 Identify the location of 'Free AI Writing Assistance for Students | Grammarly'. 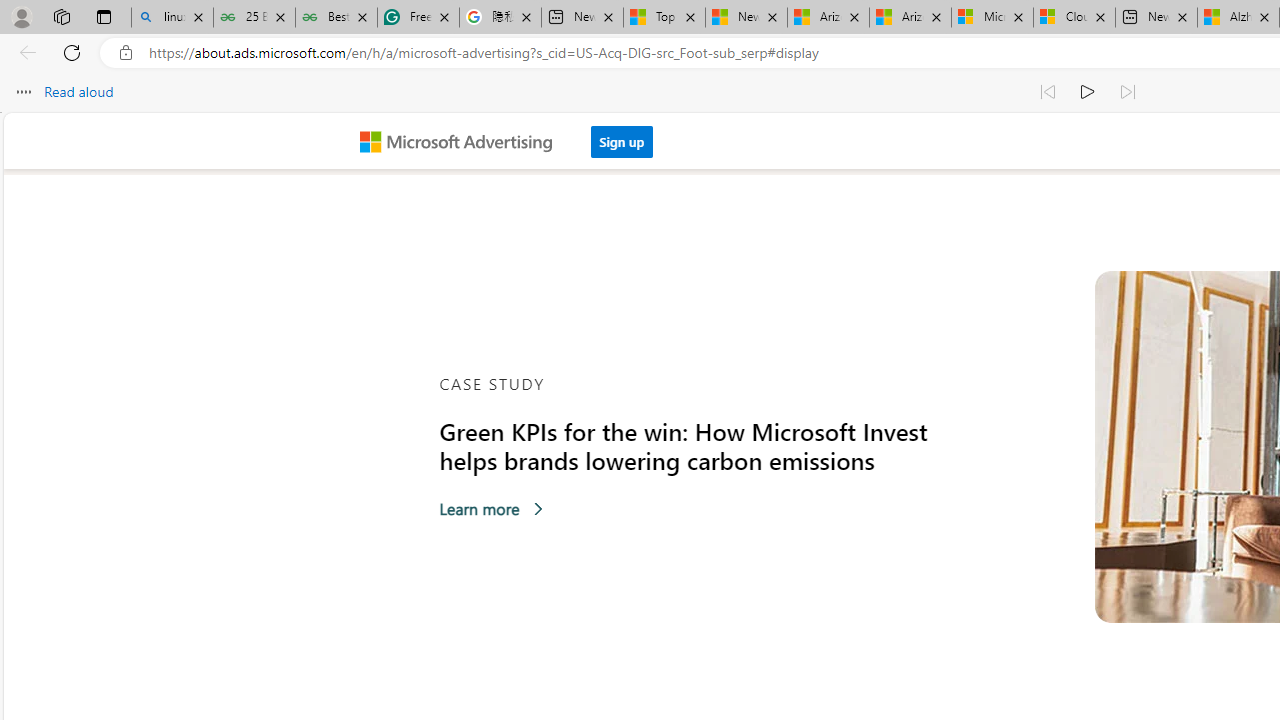
(417, 17).